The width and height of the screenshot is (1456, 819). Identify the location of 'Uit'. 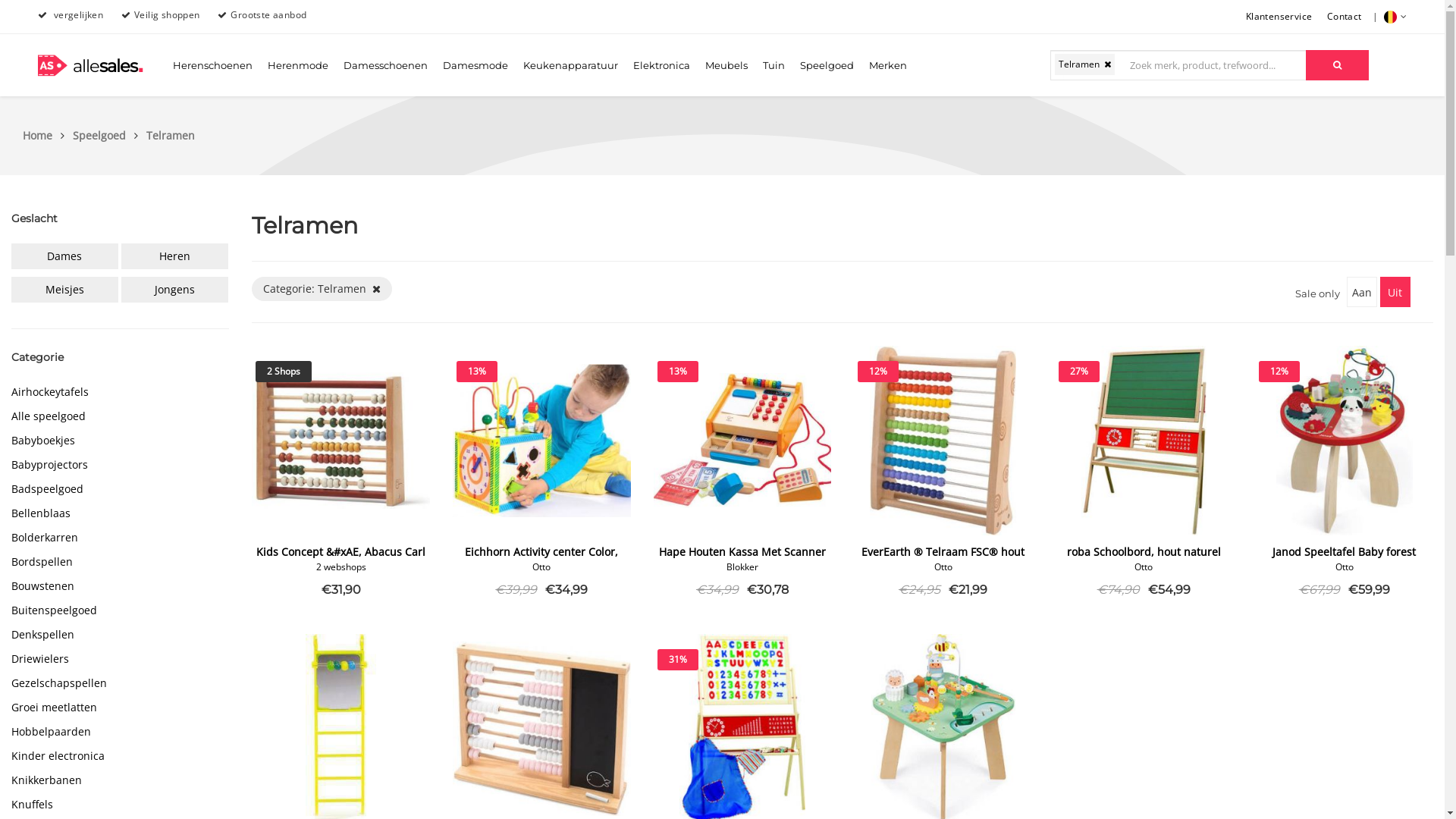
(1395, 292).